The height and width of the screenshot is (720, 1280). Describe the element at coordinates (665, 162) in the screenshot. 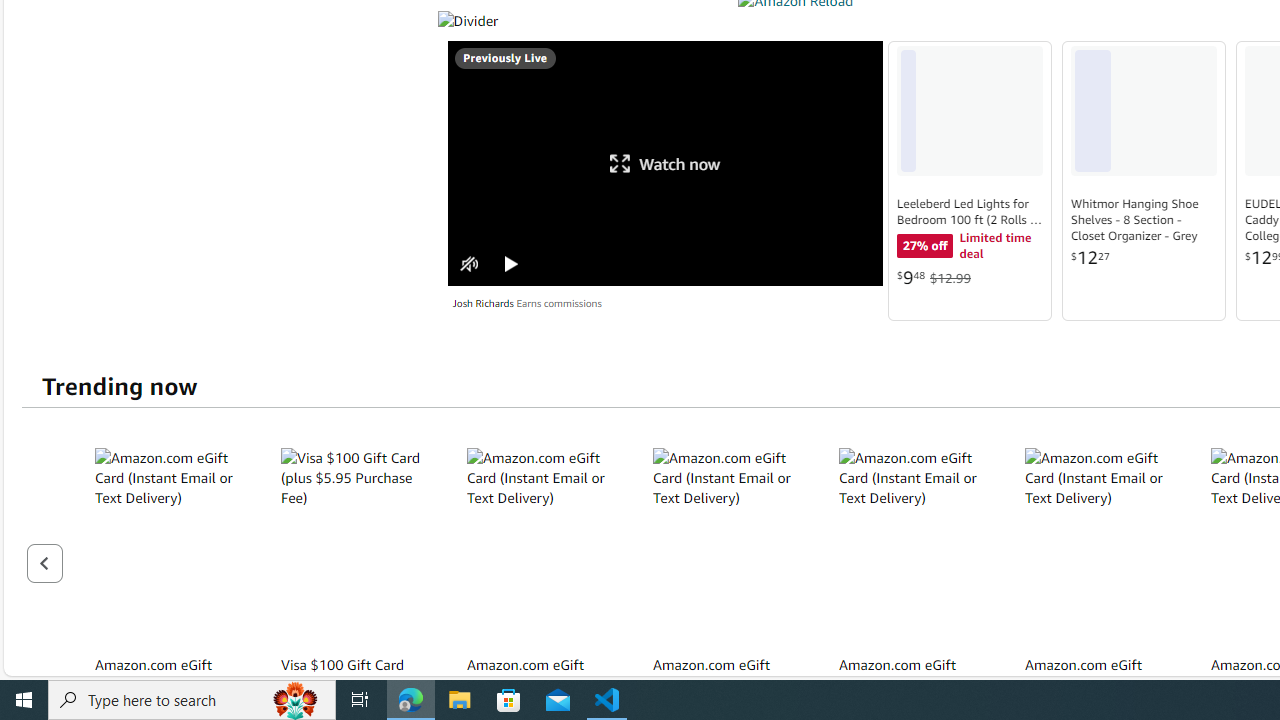

I see `'Tap Watch now to see broadcast in immersive view'` at that location.